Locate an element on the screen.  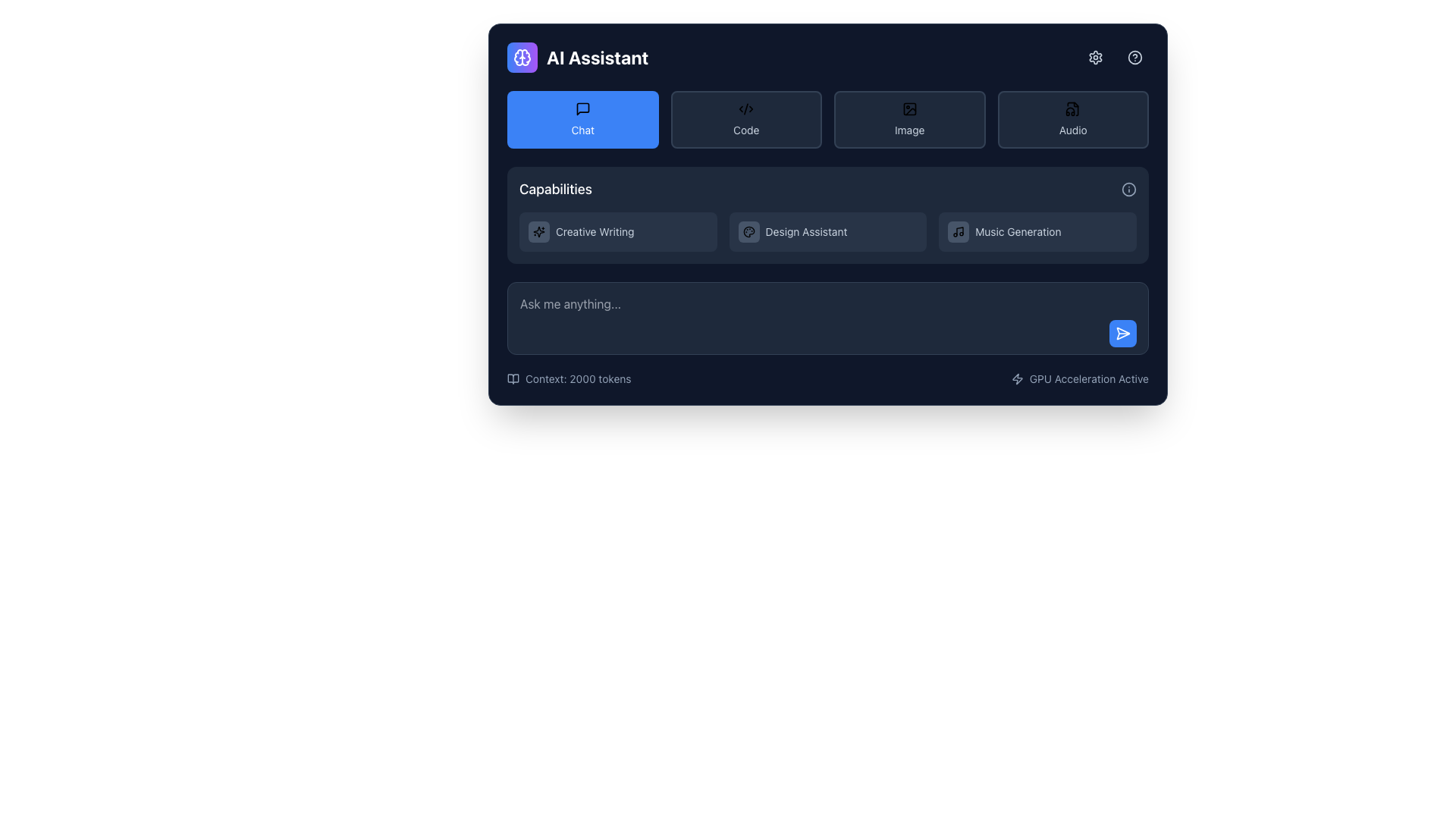
the text label indicating that GPU acceleration is currently active, located at the bottom-right corner of the card-like interface, next to a lightning bolt icon is located at coordinates (1088, 378).